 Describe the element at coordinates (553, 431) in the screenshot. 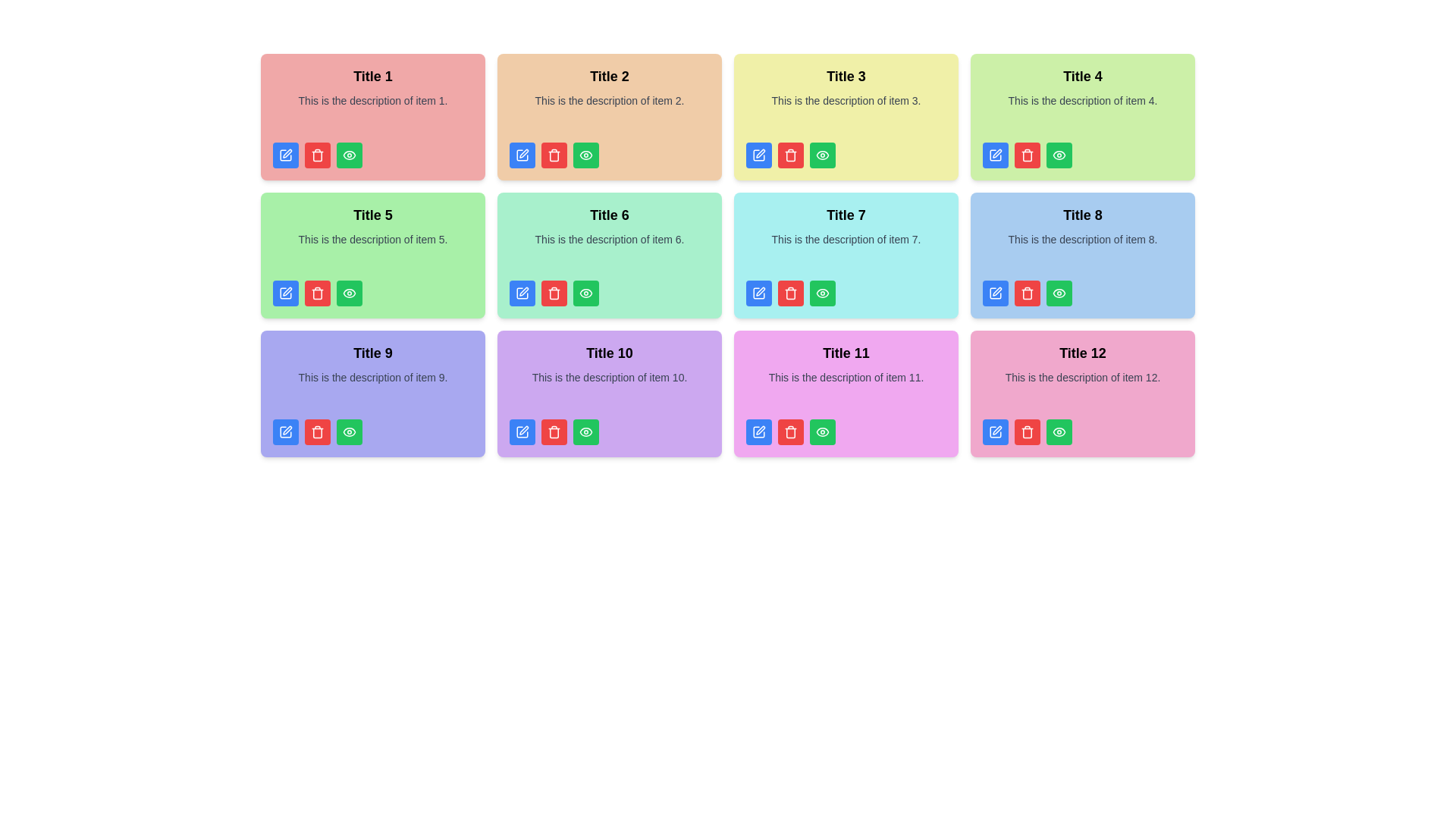

I see `the small, square-shaped red button with a white trash icon located within the second cell of a three-cell group below 'Title 10'` at that location.